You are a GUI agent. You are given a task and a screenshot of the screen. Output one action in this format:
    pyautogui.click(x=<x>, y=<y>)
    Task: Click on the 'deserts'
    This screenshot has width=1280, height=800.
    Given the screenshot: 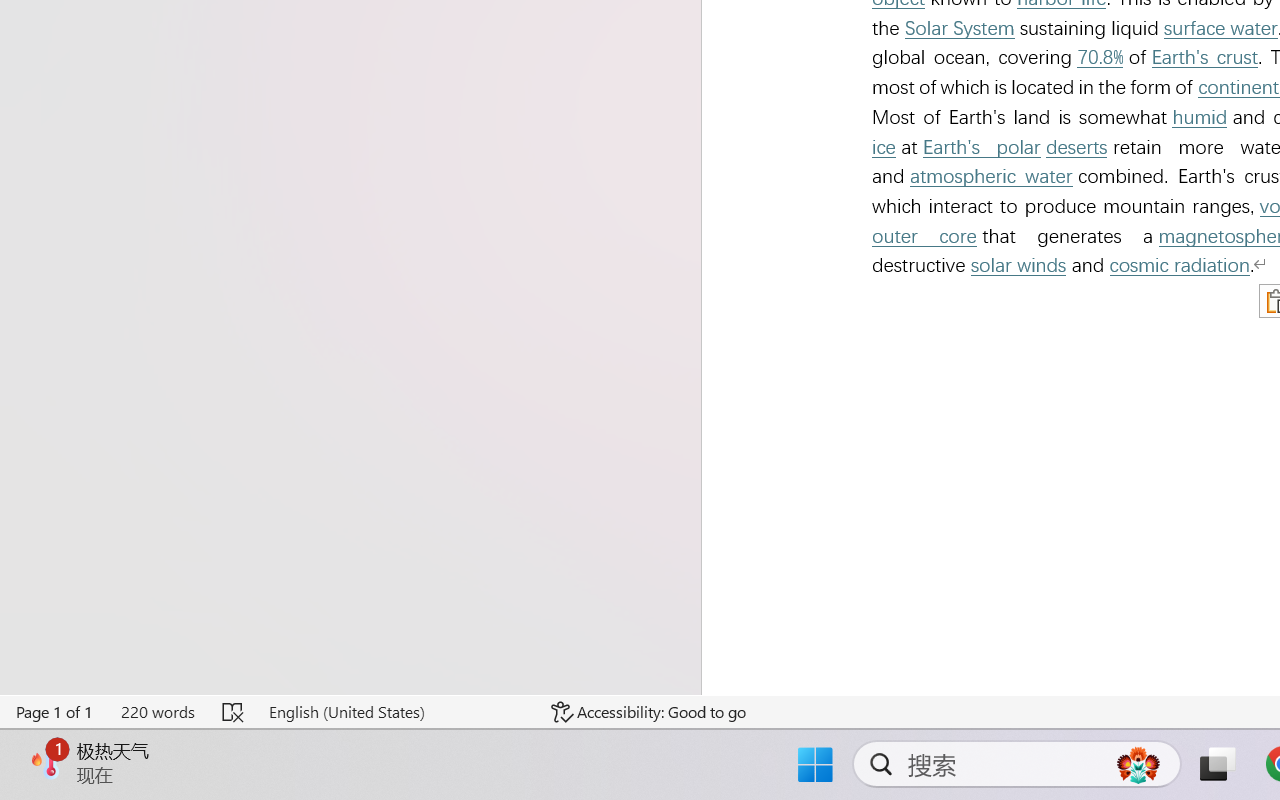 What is the action you would take?
    pyautogui.click(x=1075, y=147)
    